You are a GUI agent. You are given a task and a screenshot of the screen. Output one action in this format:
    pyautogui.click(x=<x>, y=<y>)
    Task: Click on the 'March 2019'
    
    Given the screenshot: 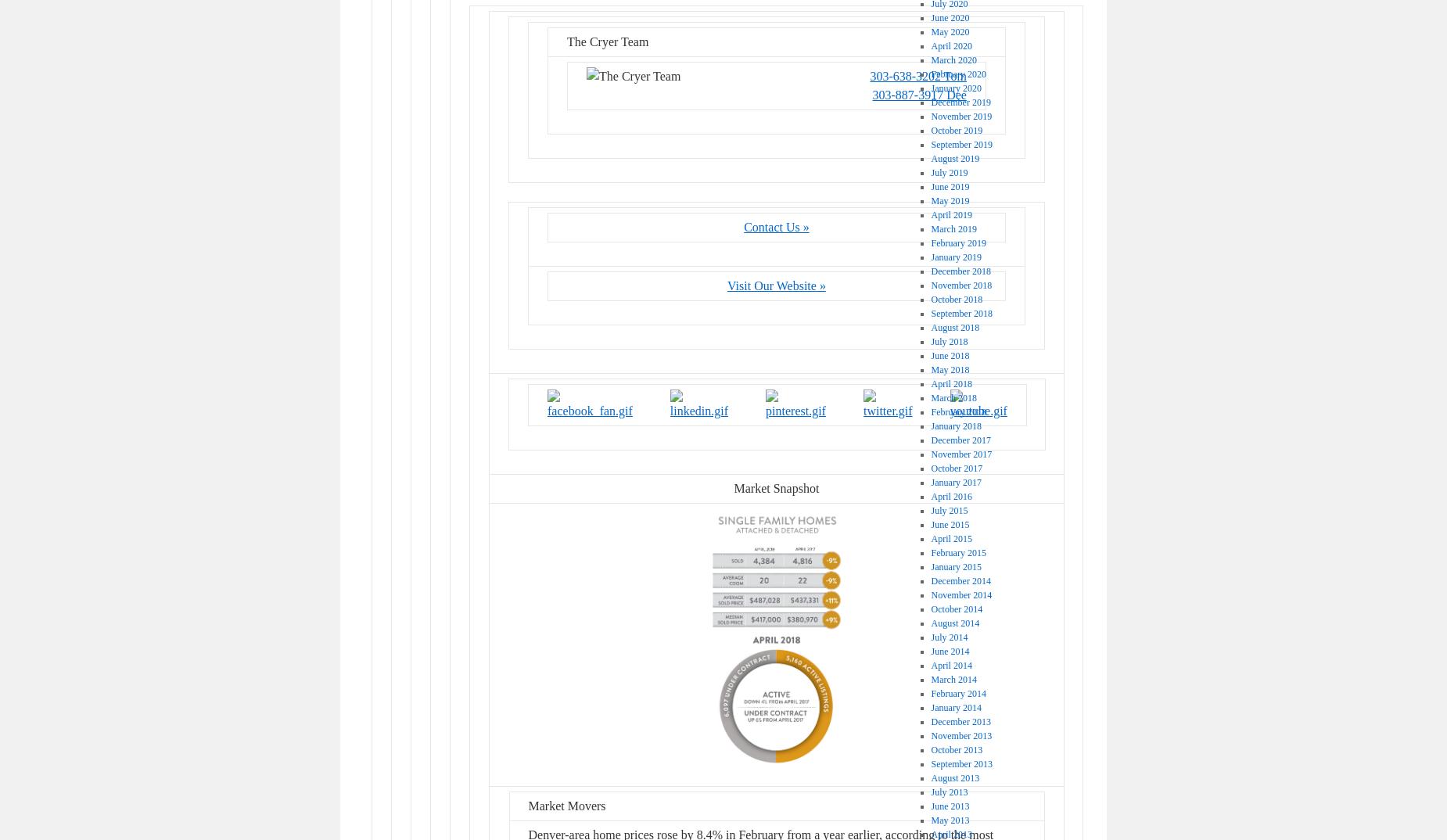 What is the action you would take?
    pyautogui.click(x=952, y=228)
    